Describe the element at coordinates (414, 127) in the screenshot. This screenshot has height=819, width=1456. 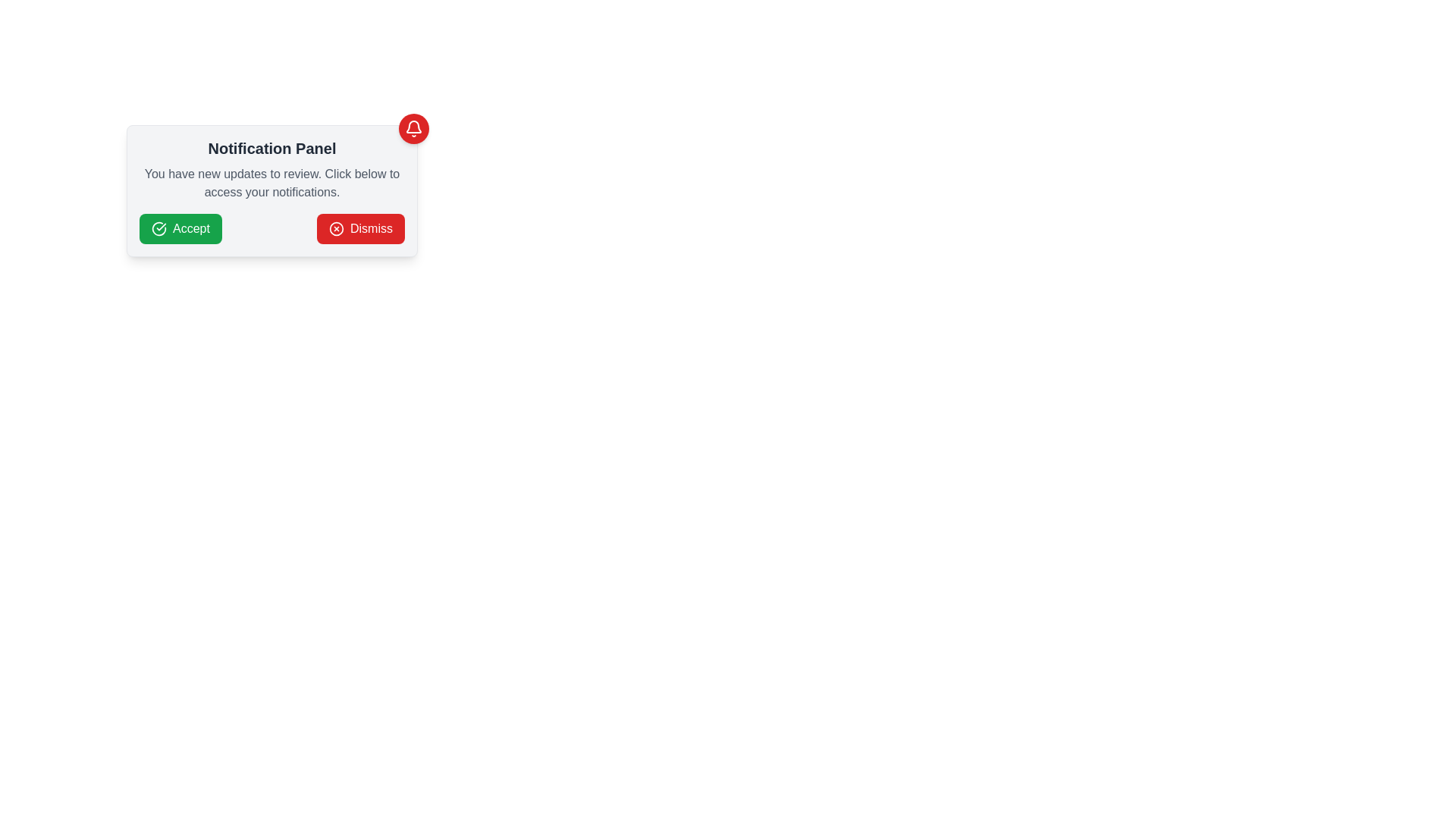
I see `the Notification badge located at the top-right of the notification panel, which serves as an indicator for notifications` at that location.